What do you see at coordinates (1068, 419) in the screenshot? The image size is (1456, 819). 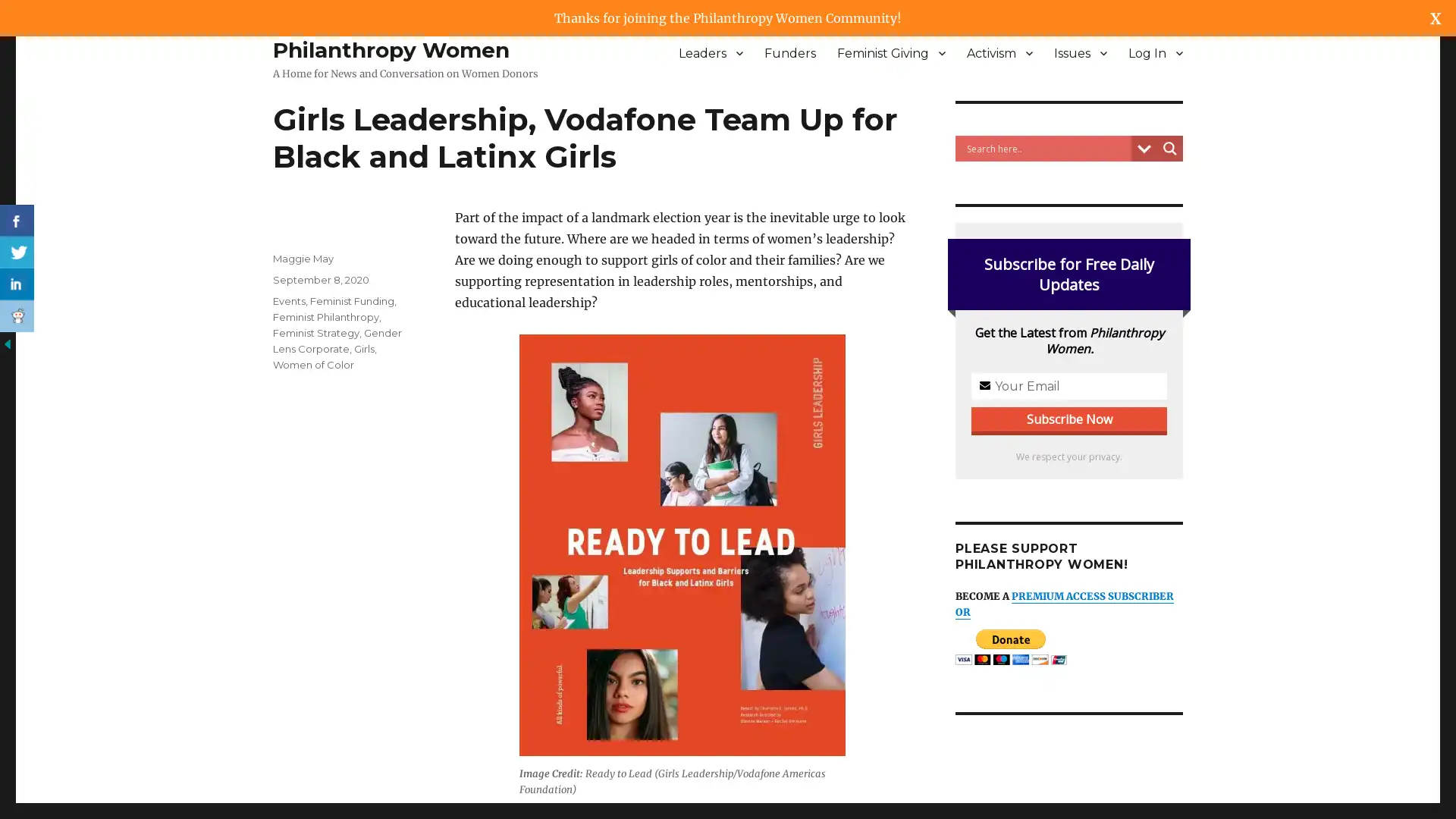 I see `Subscribe Now` at bounding box center [1068, 419].